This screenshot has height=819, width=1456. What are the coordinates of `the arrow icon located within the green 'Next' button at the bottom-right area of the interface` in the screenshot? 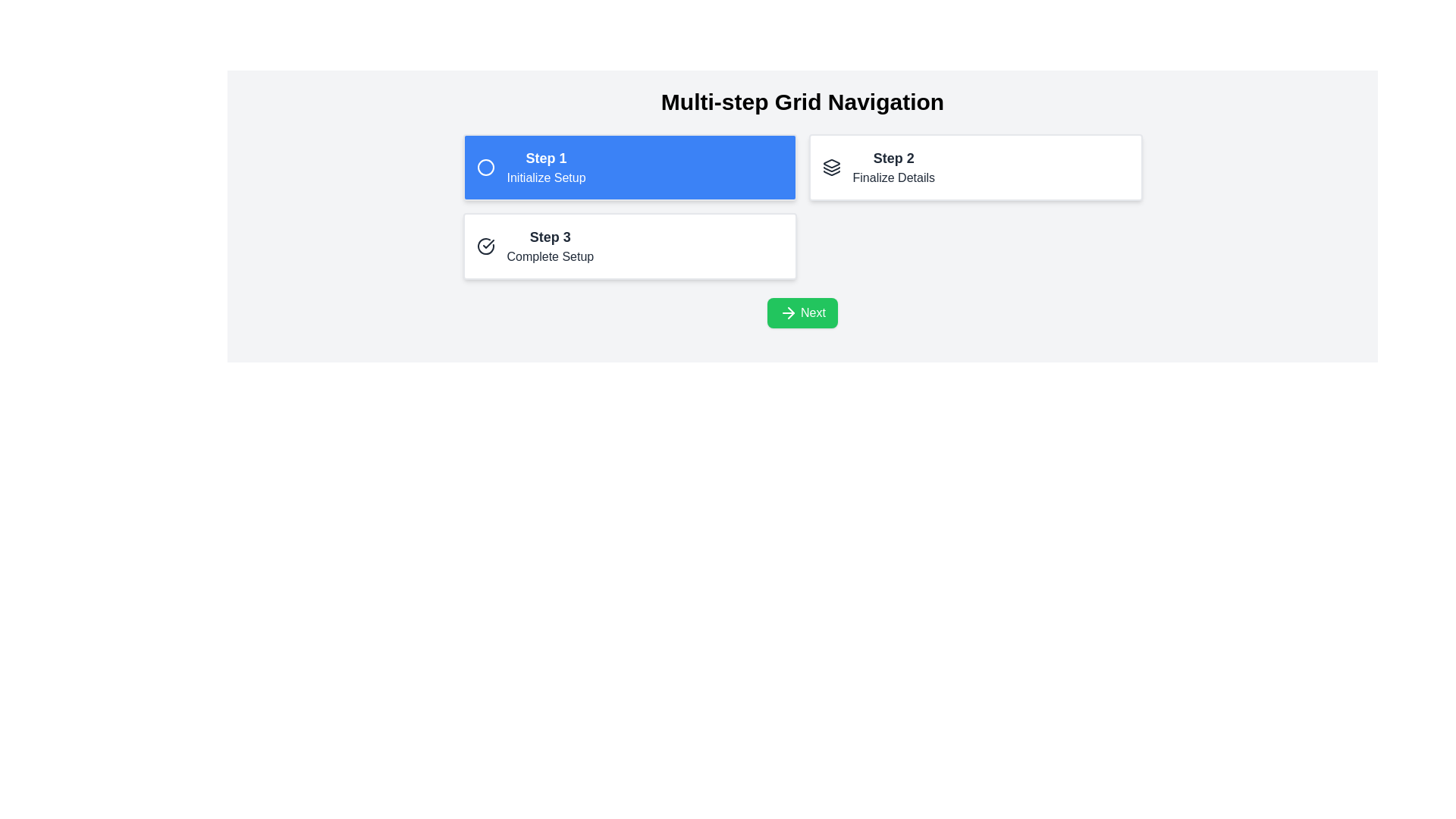 It's located at (789, 312).